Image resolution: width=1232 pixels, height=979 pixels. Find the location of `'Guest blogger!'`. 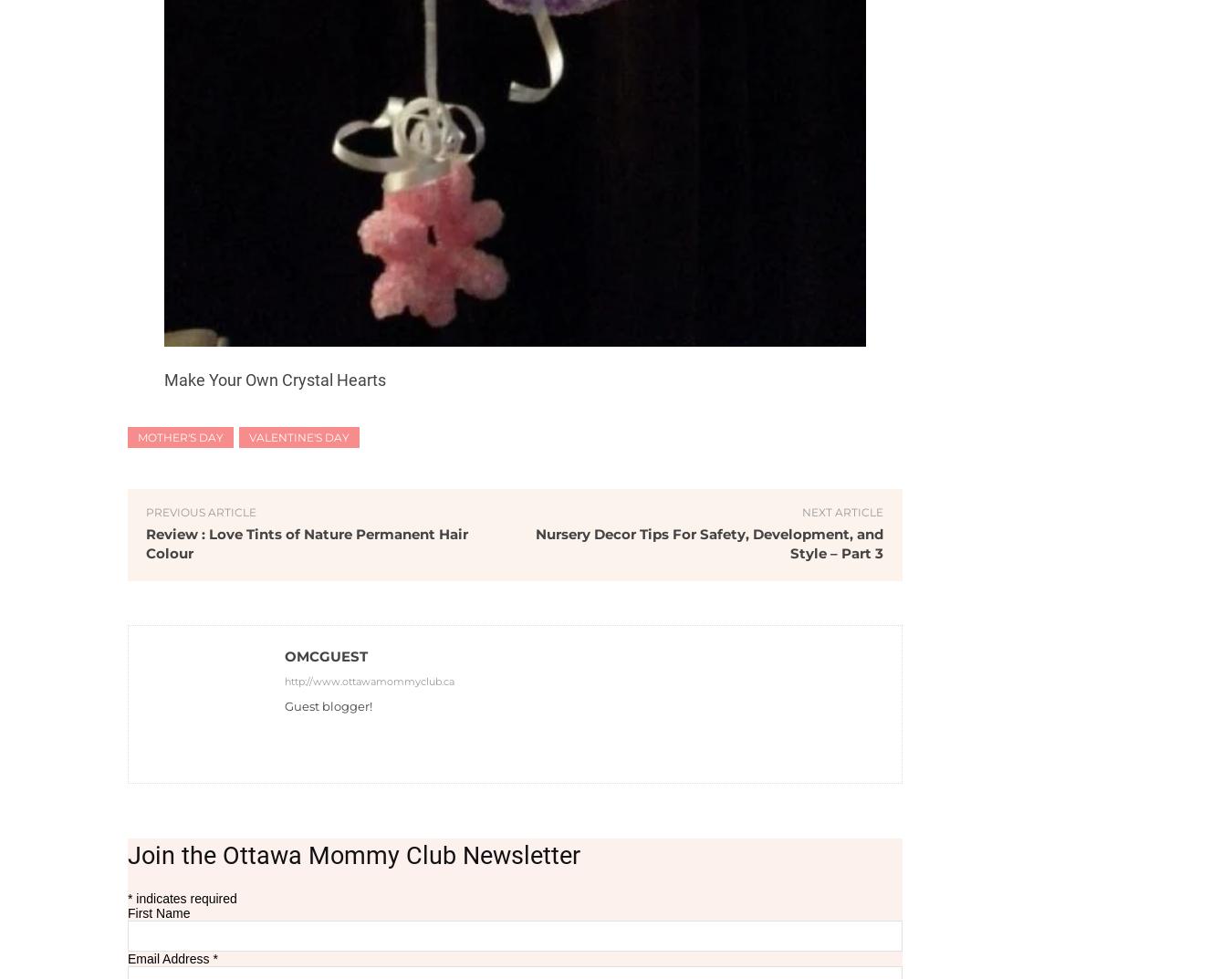

'Guest blogger!' is located at coordinates (329, 703).